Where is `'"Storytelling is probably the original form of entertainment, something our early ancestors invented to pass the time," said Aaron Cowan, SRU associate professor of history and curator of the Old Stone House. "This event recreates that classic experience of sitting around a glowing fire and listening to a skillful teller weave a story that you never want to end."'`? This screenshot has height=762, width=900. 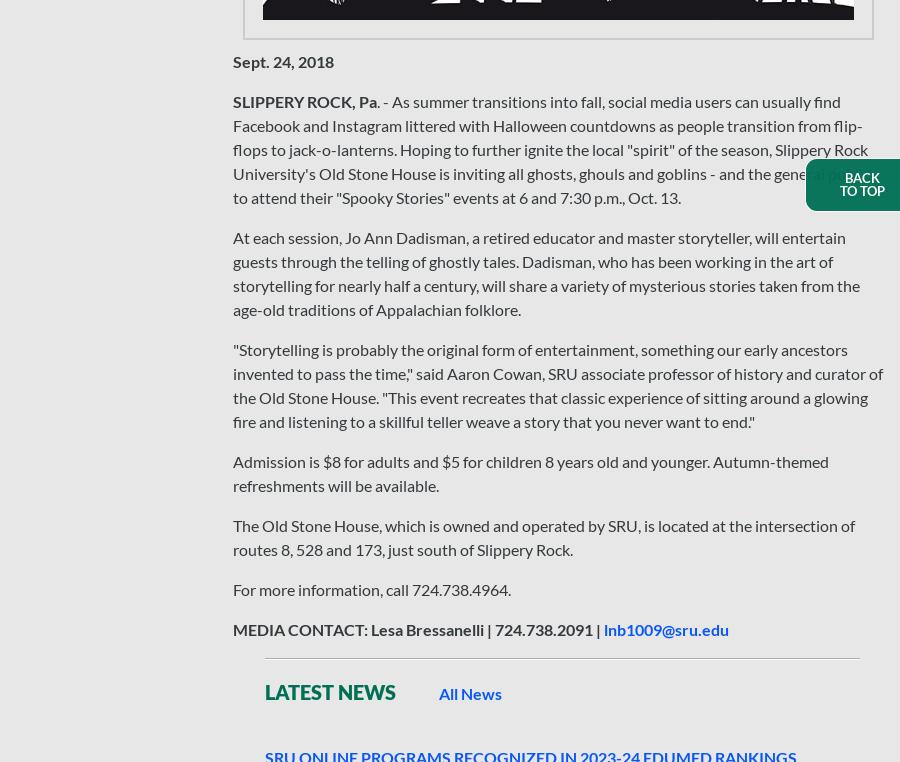 '"Storytelling is probably the original form of entertainment, something our early ancestors invented to pass the time," said Aaron Cowan, SRU associate professor of history and curator of the Old Stone House. "This event recreates that classic experience of sitting around a glowing fire and listening to a skillful teller weave a story that you never want to end."' is located at coordinates (557, 384).